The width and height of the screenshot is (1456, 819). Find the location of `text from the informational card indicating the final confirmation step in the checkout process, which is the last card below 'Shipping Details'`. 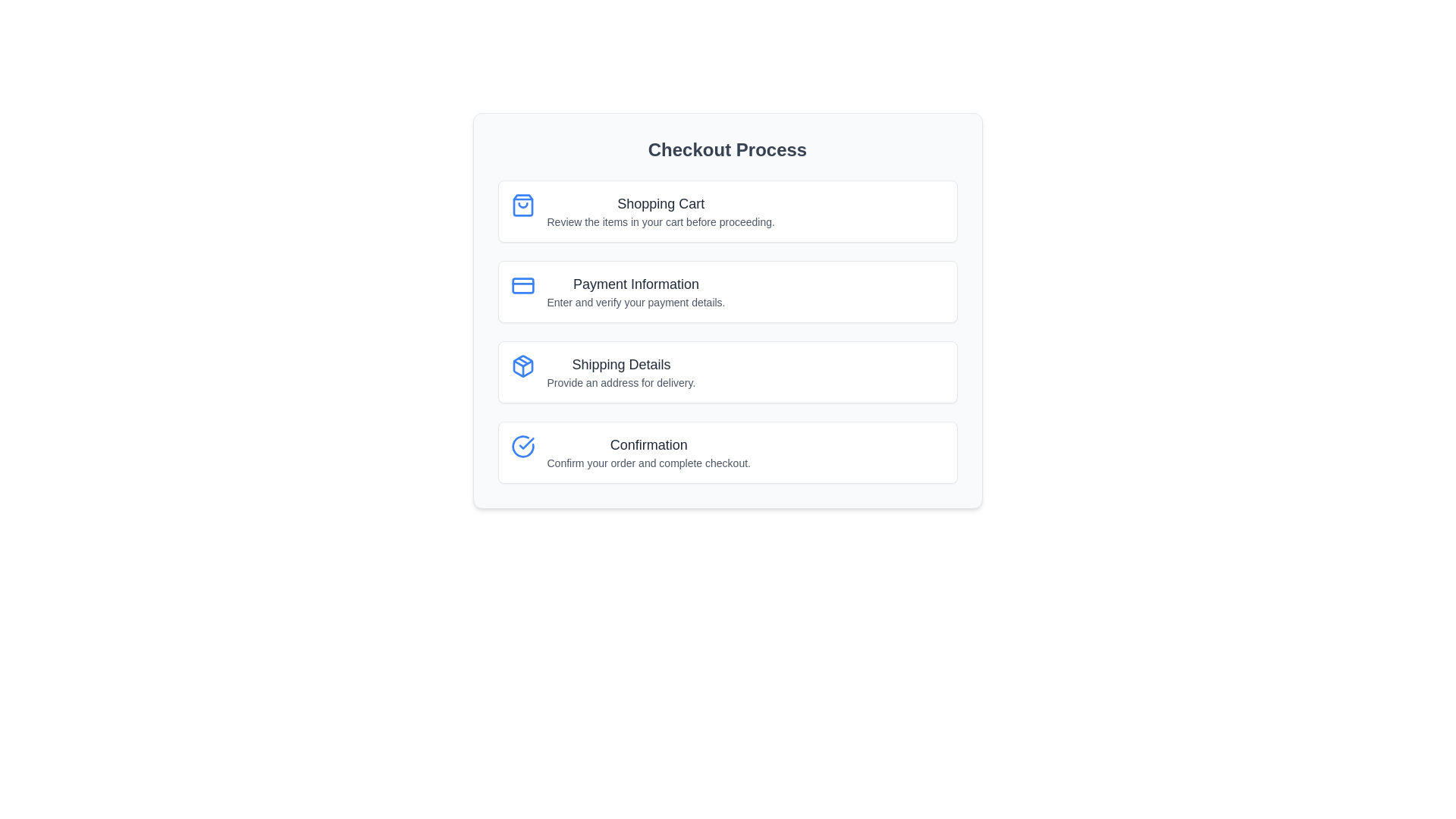

text from the informational card indicating the final confirmation step in the checkout process, which is the last card below 'Shipping Details' is located at coordinates (726, 452).